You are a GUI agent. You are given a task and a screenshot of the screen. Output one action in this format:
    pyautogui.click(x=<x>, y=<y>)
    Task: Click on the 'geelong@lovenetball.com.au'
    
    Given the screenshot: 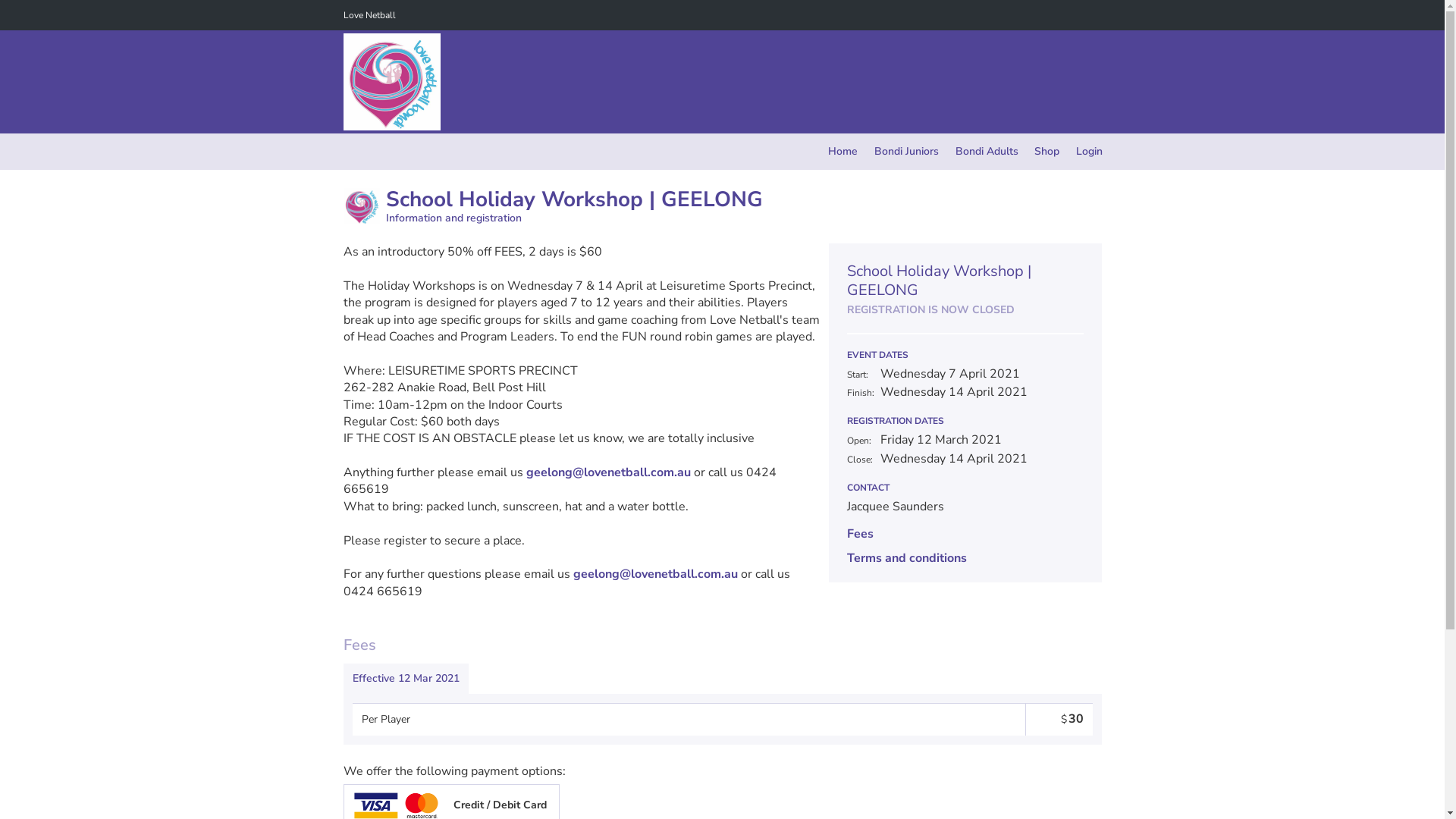 What is the action you would take?
    pyautogui.click(x=655, y=573)
    